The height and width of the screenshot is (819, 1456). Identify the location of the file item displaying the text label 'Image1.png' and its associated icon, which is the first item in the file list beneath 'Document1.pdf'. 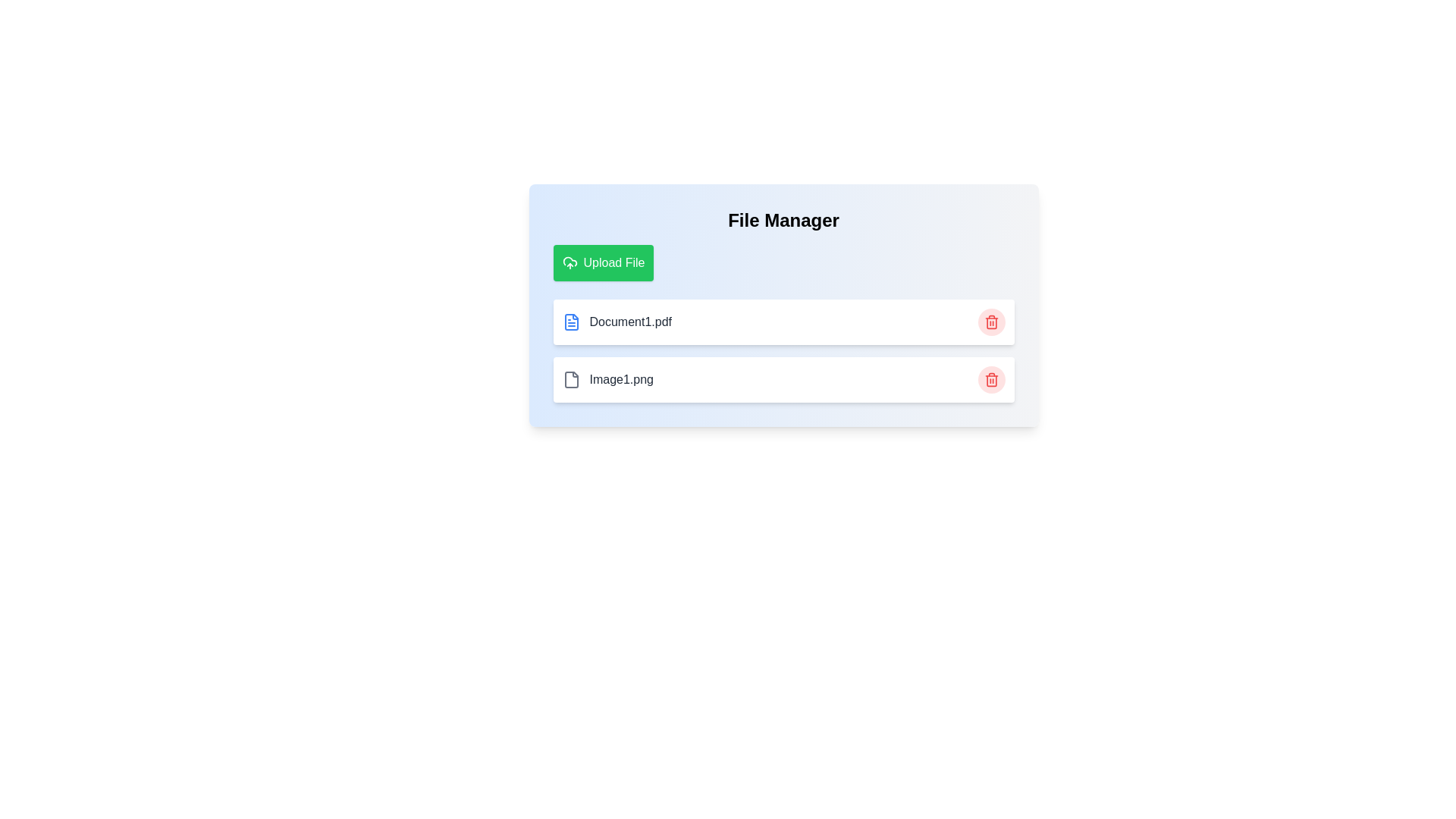
(607, 379).